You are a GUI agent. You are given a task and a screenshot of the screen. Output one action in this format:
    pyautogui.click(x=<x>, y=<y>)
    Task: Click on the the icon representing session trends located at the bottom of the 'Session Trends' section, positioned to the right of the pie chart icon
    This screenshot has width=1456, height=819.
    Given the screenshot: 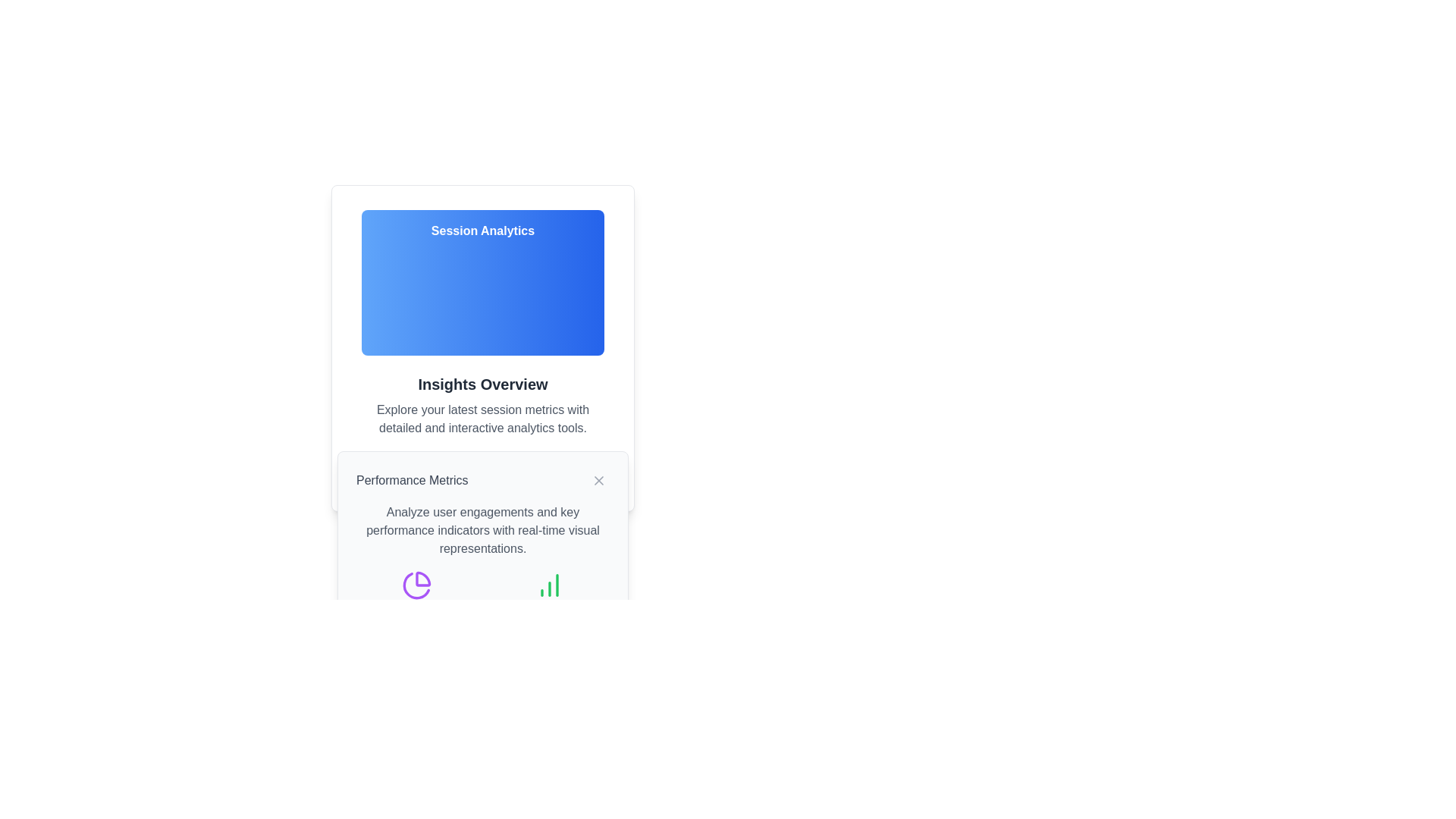 What is the action you would take?
    pyautogui.click(x=548, y=584)
    